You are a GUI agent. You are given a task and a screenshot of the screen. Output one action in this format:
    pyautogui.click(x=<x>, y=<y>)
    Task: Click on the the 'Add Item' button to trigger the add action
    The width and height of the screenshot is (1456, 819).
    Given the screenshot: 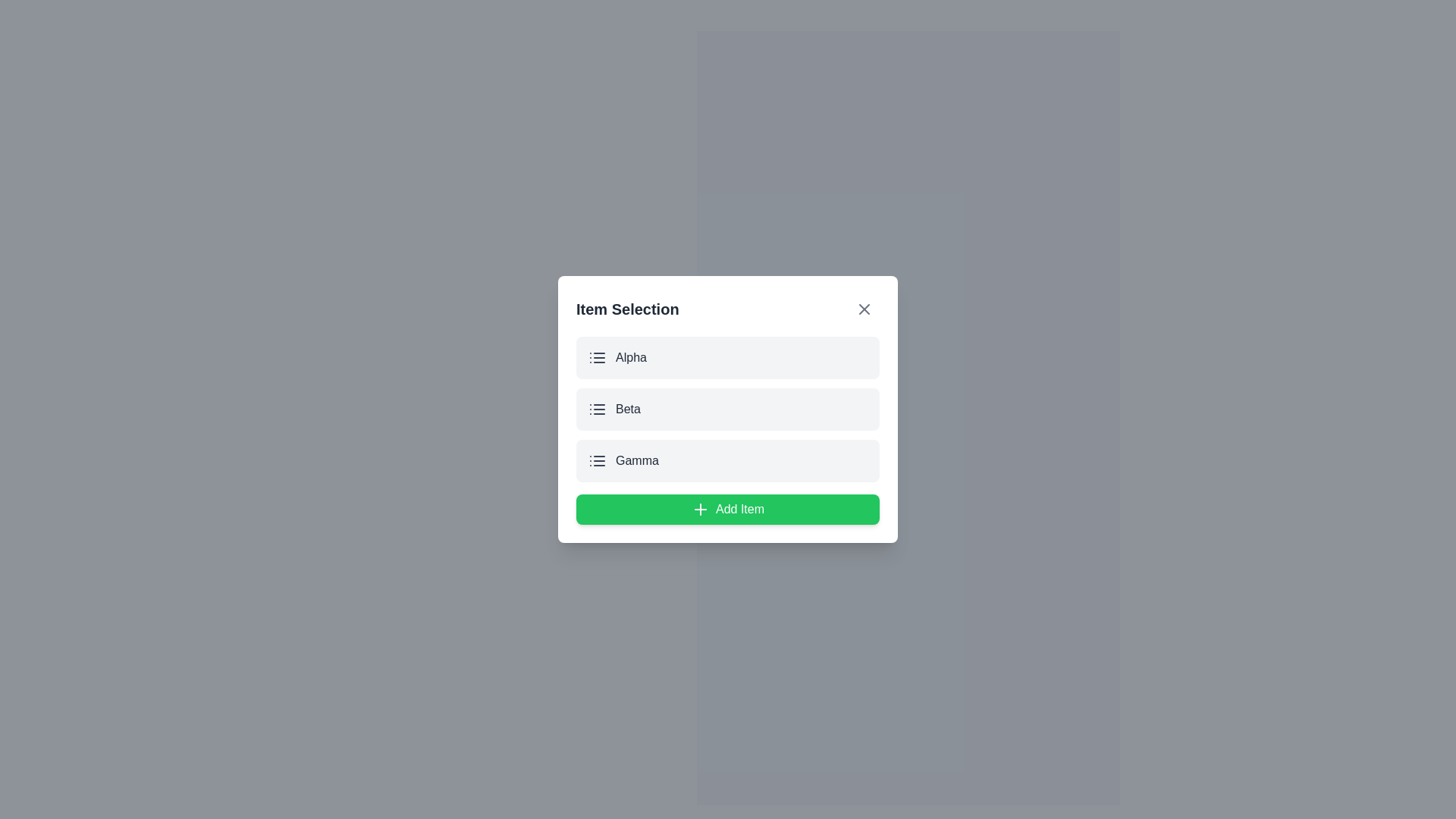 What is the action you would take?
    pyautogui.click(x=728, y=509)
    